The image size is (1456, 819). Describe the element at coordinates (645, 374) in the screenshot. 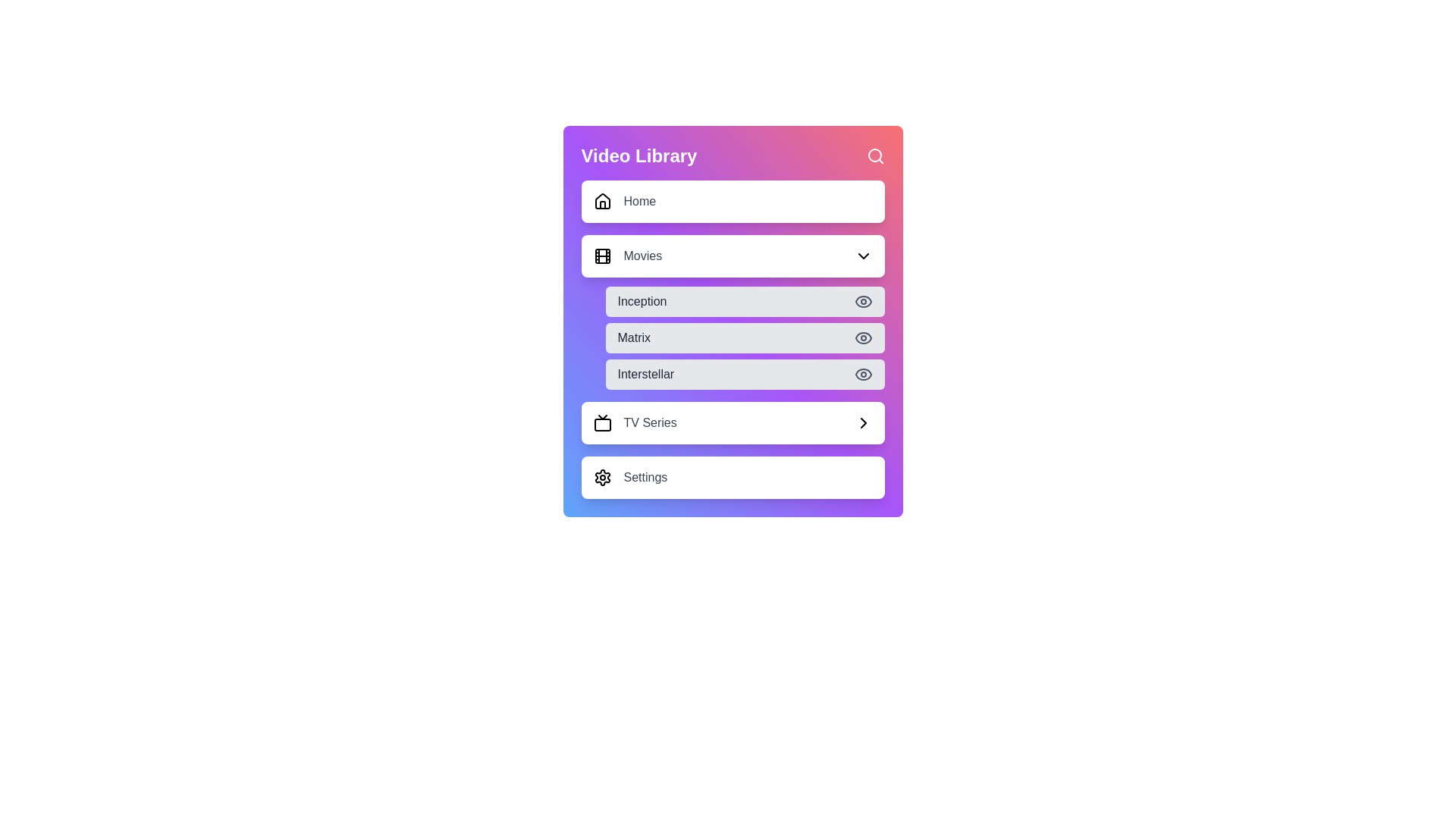

I see `the text label 'Interstellar'` at that location.